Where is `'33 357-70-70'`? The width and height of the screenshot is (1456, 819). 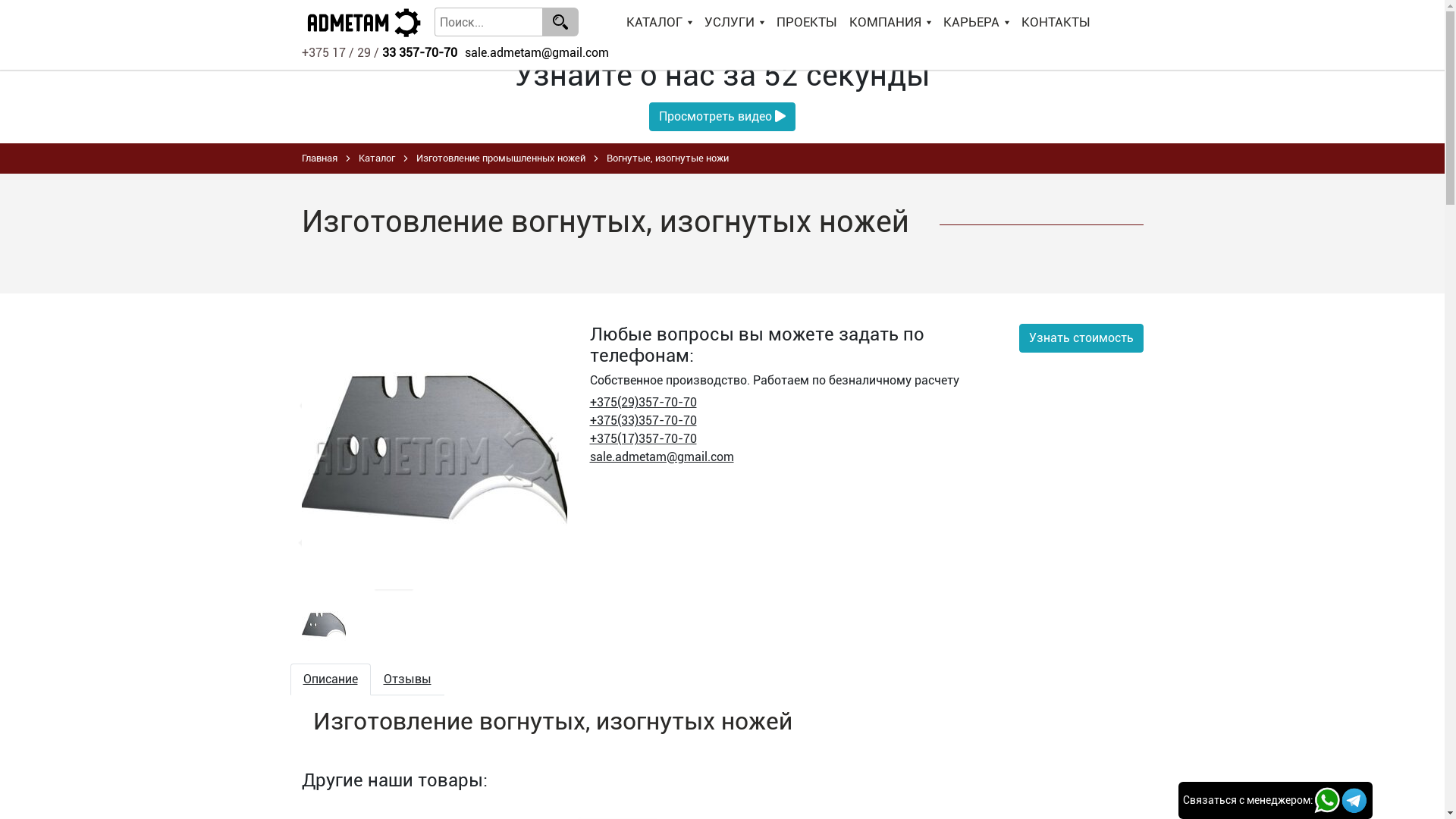
'33 357-70-70' is located at coordinates (419, 52).